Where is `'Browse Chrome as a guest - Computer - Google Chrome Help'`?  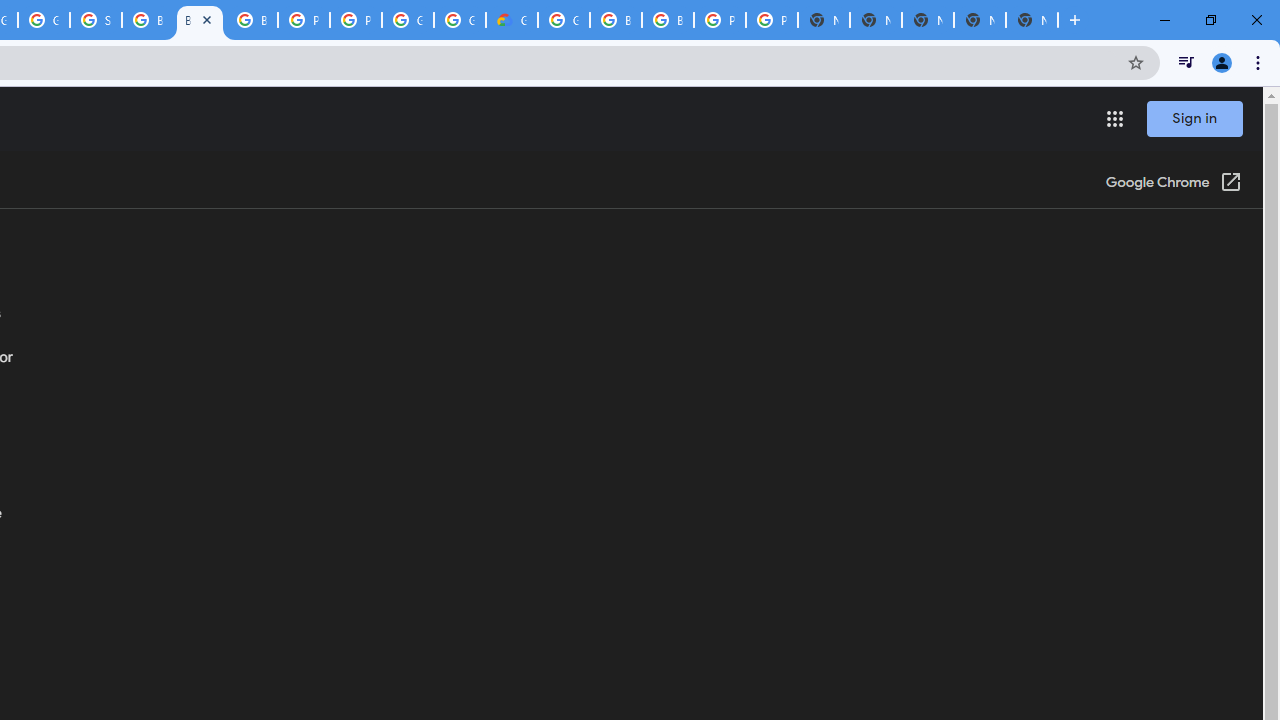
'Browse Chrome as a guest - Computer - Google Chrome Help' is located at coordinates (146, 20).